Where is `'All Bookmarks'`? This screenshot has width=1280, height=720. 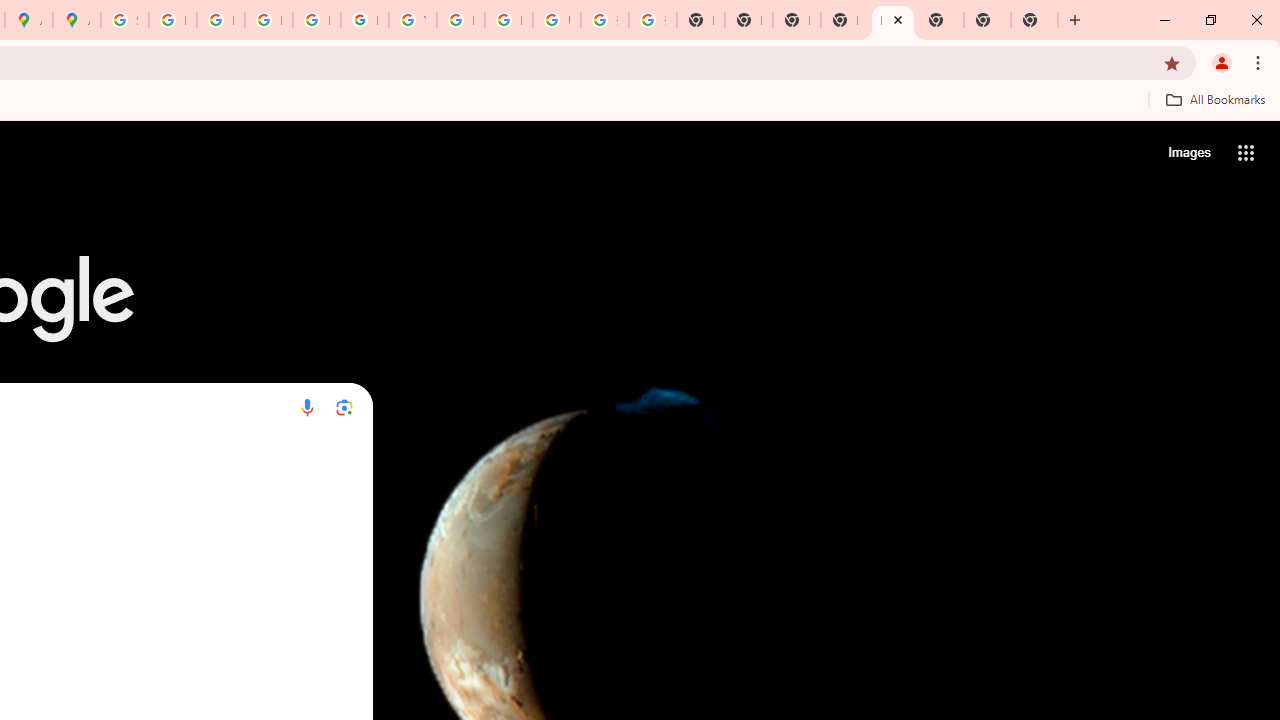
'All Bookmarks' is located at coordinates (1214, 99).